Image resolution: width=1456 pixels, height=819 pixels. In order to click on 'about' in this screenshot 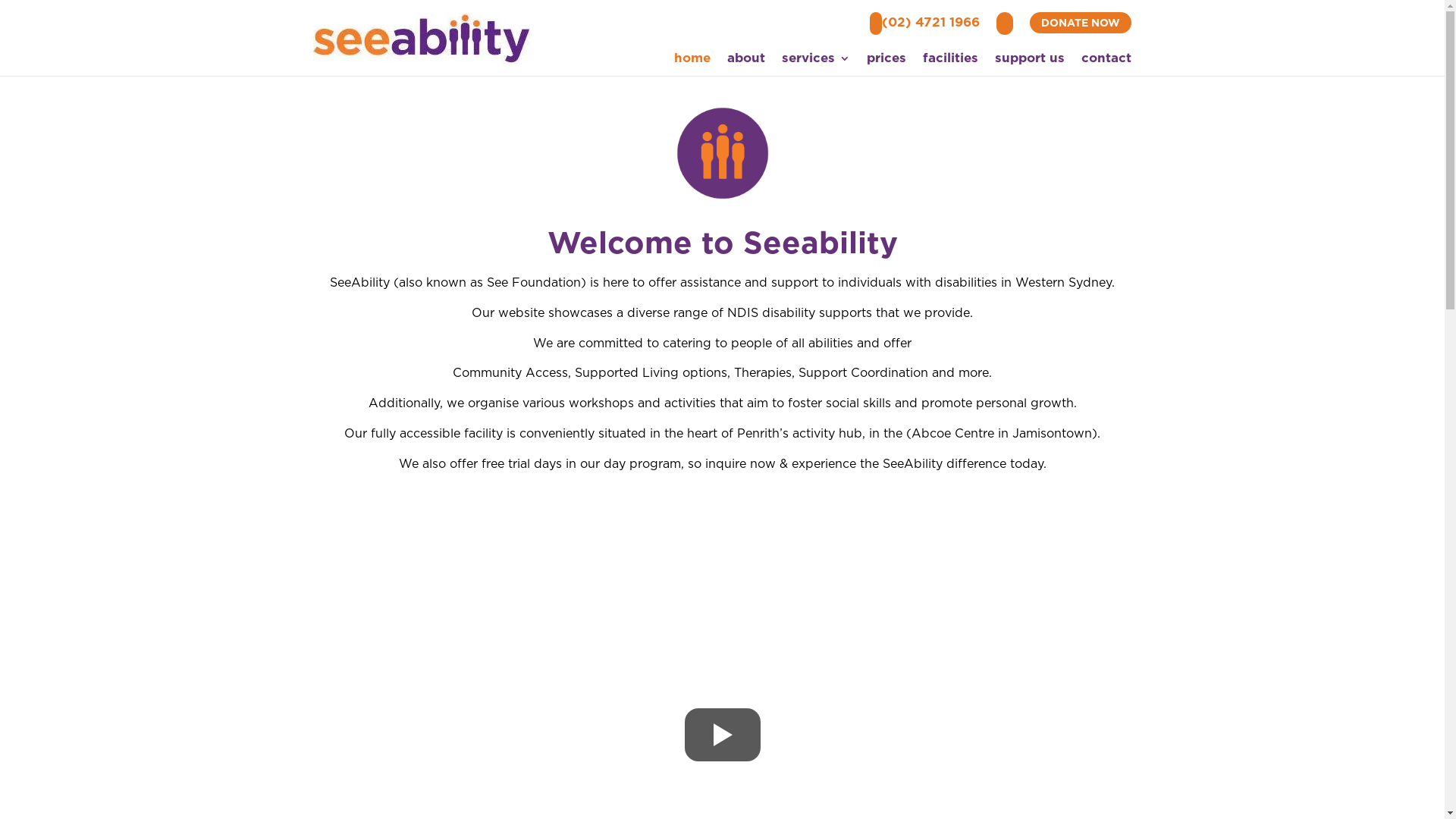, I will do `click(745, 61)`.